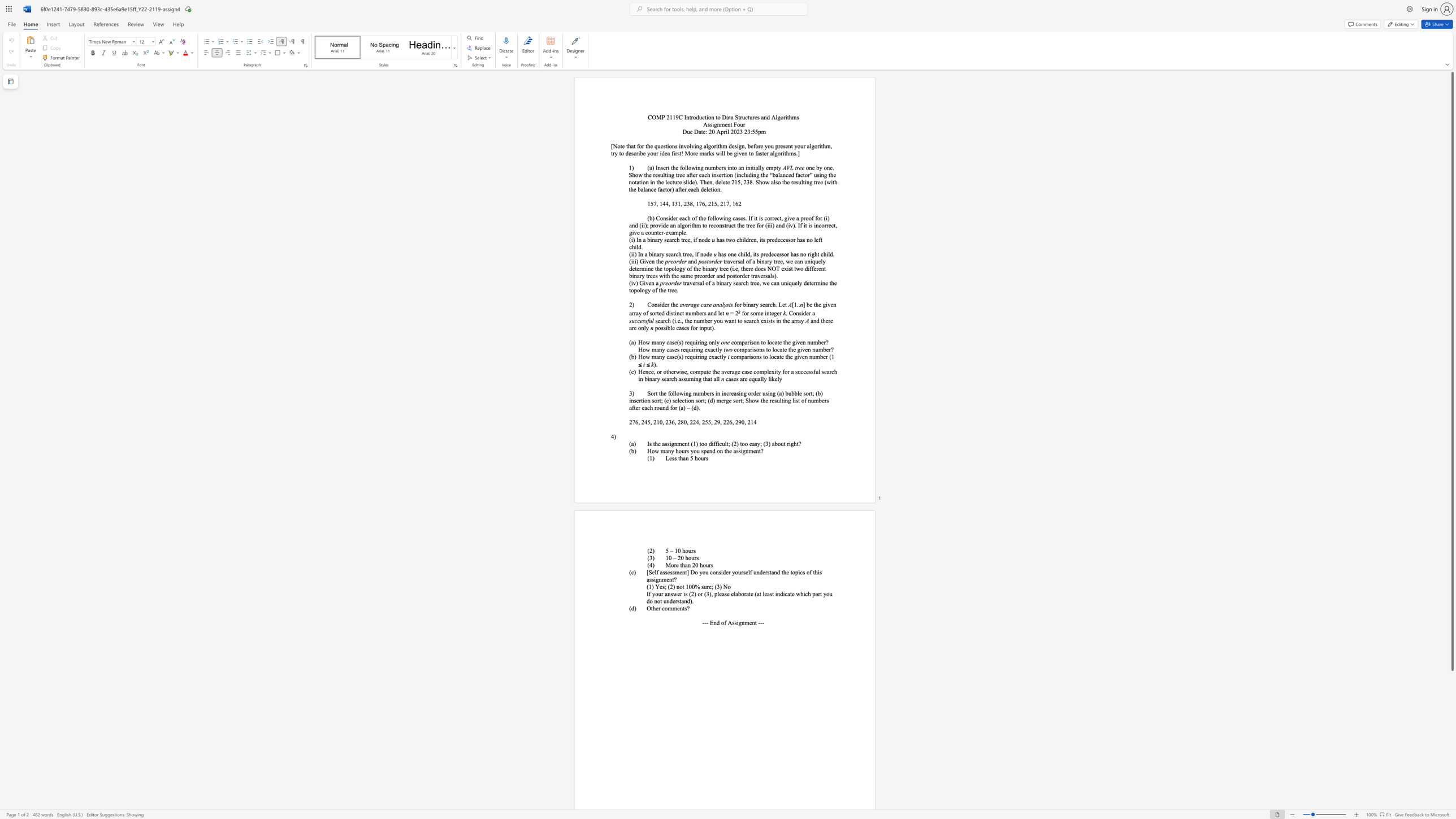  What do you see at coordinates (671, 239) in the screenshot?
I see `the subset text "rch tree, if node" within the text "(i) In a binary search tree, if node"` at bounding box center [671, 239].